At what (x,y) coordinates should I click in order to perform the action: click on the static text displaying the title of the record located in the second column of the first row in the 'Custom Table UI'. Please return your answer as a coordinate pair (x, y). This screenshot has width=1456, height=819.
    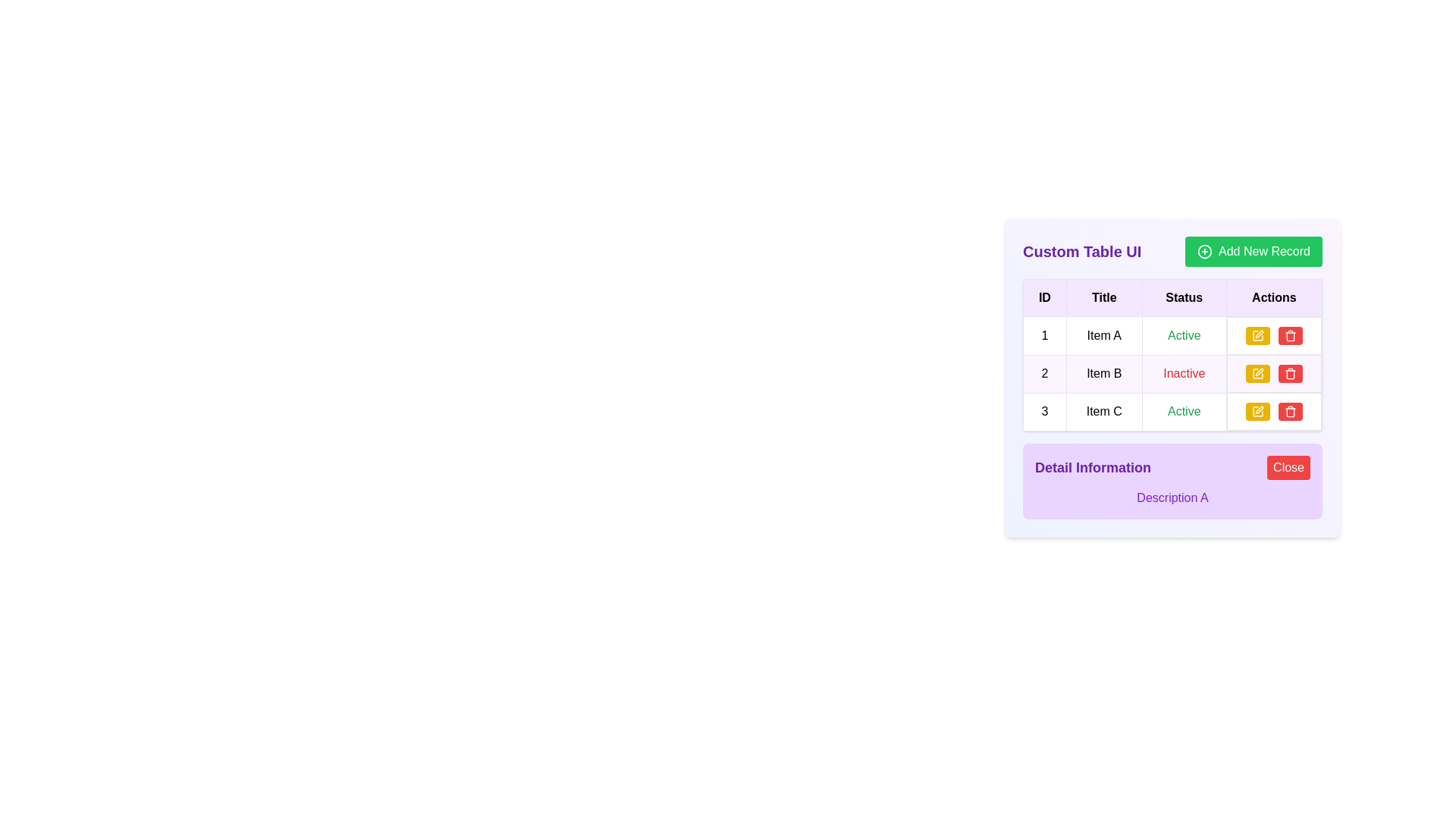
    Looking at the image, I should click on (1104, 334).